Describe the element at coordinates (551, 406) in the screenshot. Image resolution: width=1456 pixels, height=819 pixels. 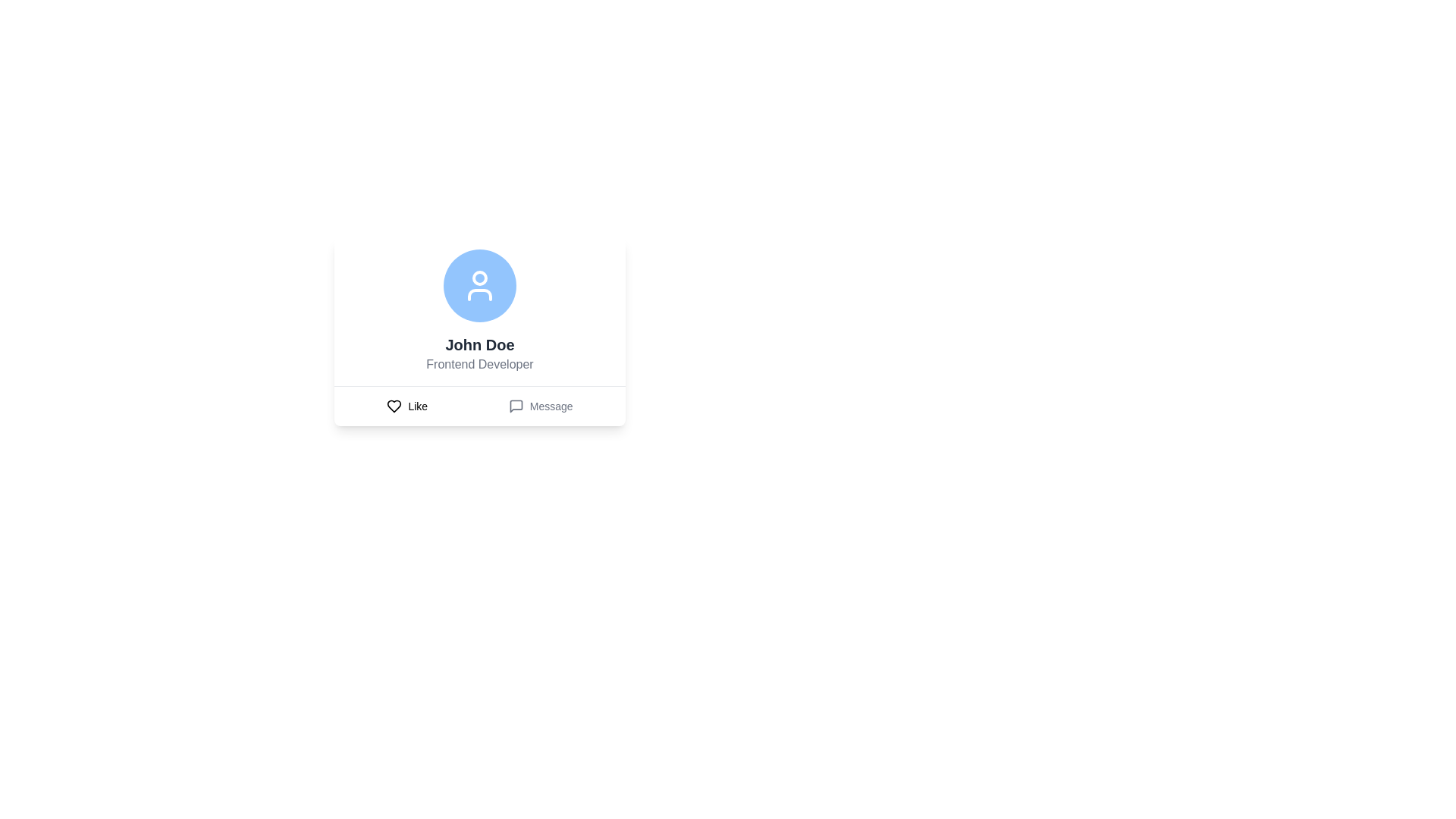
I see `the 'Message' text label, which is rendered in a small, gray font and positioned to the right of a speech bubble icon` at that location.